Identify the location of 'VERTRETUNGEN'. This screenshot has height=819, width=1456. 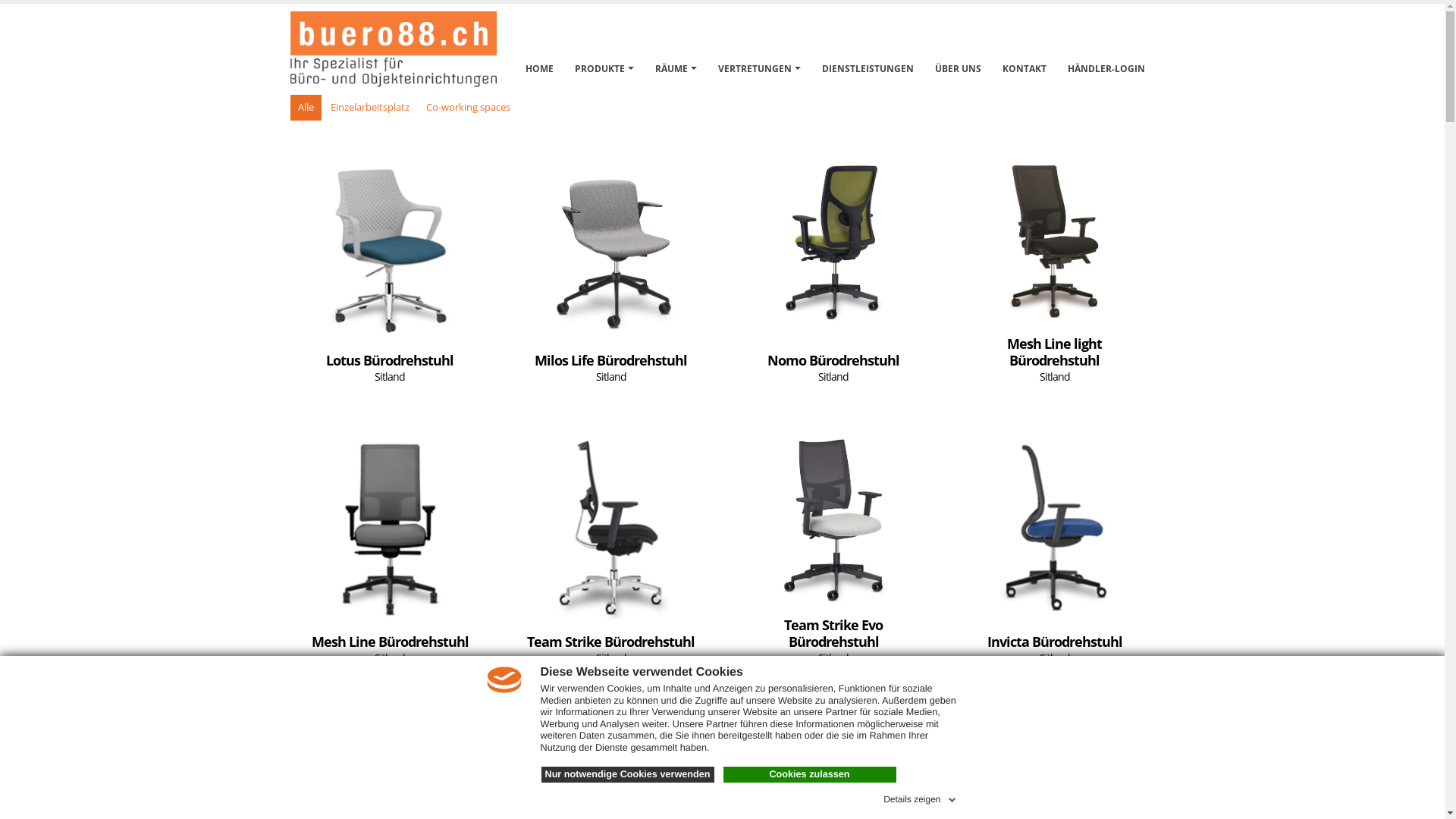
(759, 52).